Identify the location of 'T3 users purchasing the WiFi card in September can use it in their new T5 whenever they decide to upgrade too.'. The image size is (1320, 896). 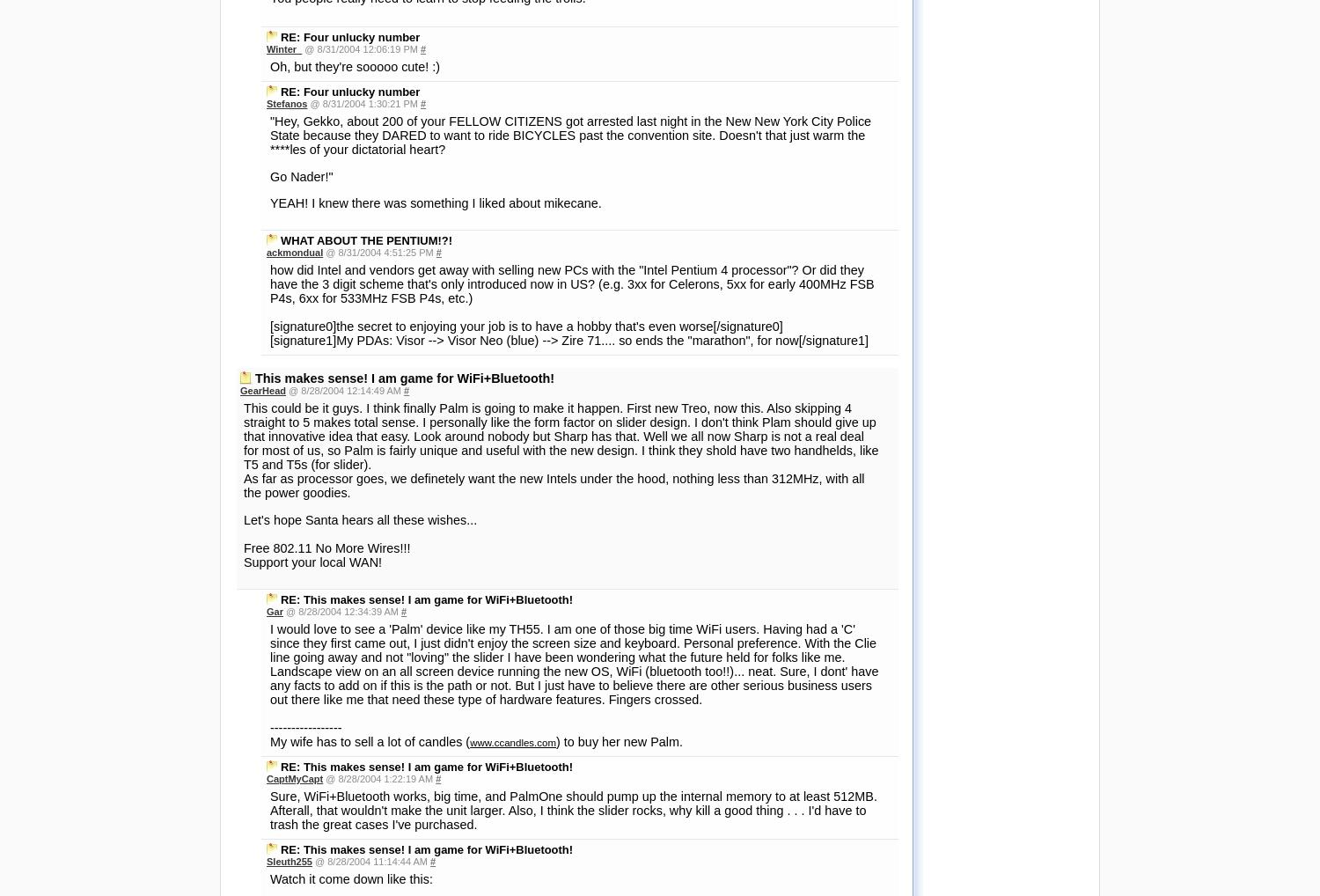
(573, 584).